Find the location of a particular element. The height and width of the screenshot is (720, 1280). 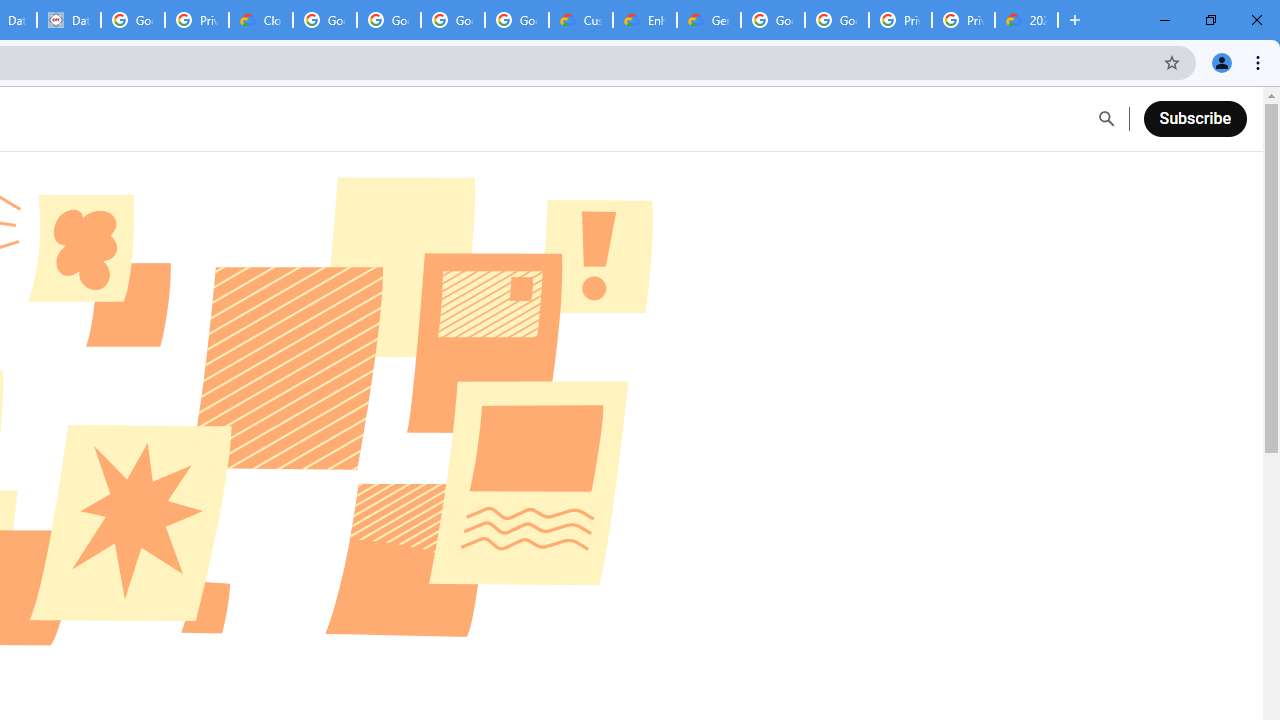

'Open Search' is located at coordinates (1105, 119).